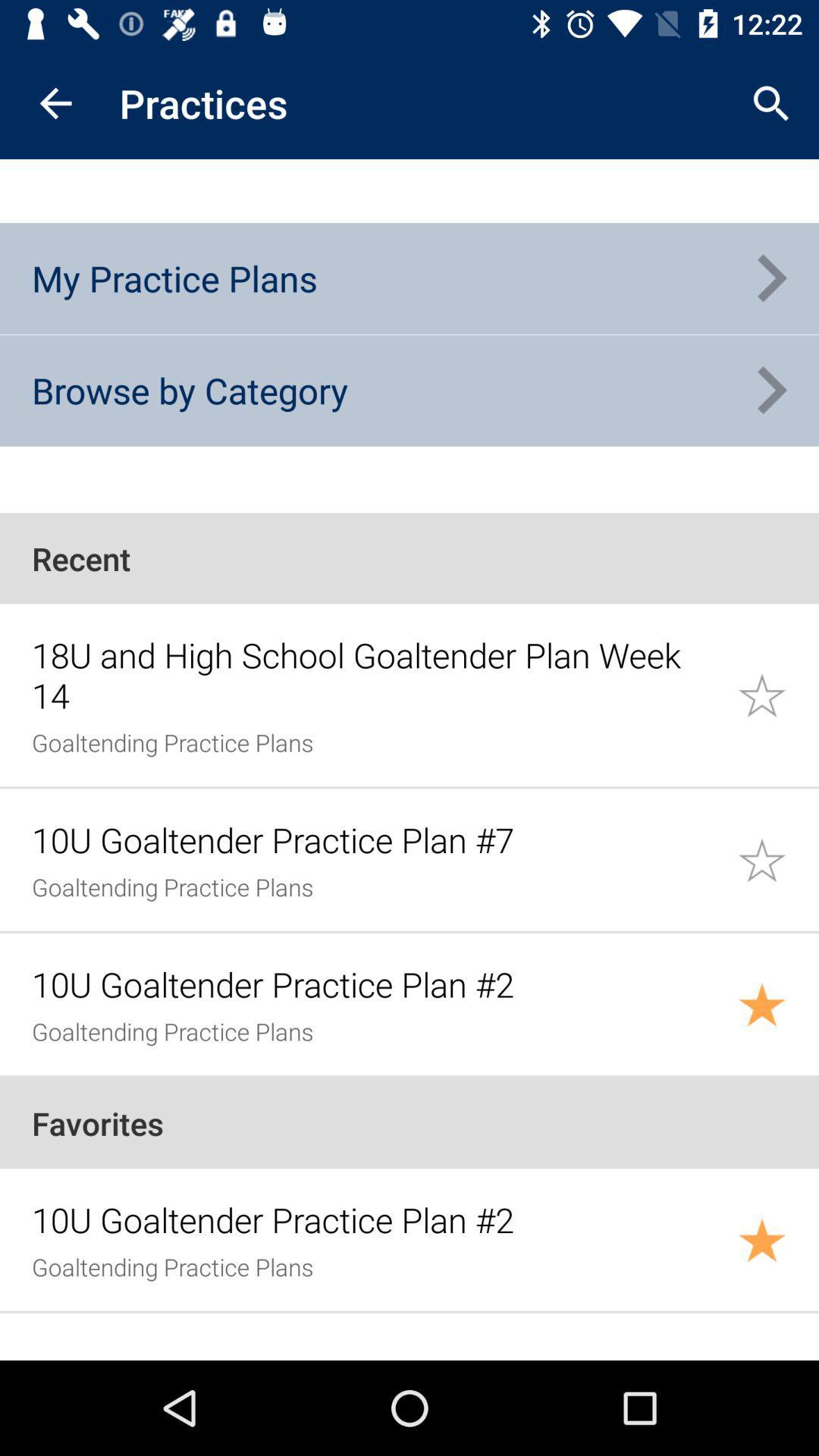  I want to click on mark as favorite, so click(778, 1004).